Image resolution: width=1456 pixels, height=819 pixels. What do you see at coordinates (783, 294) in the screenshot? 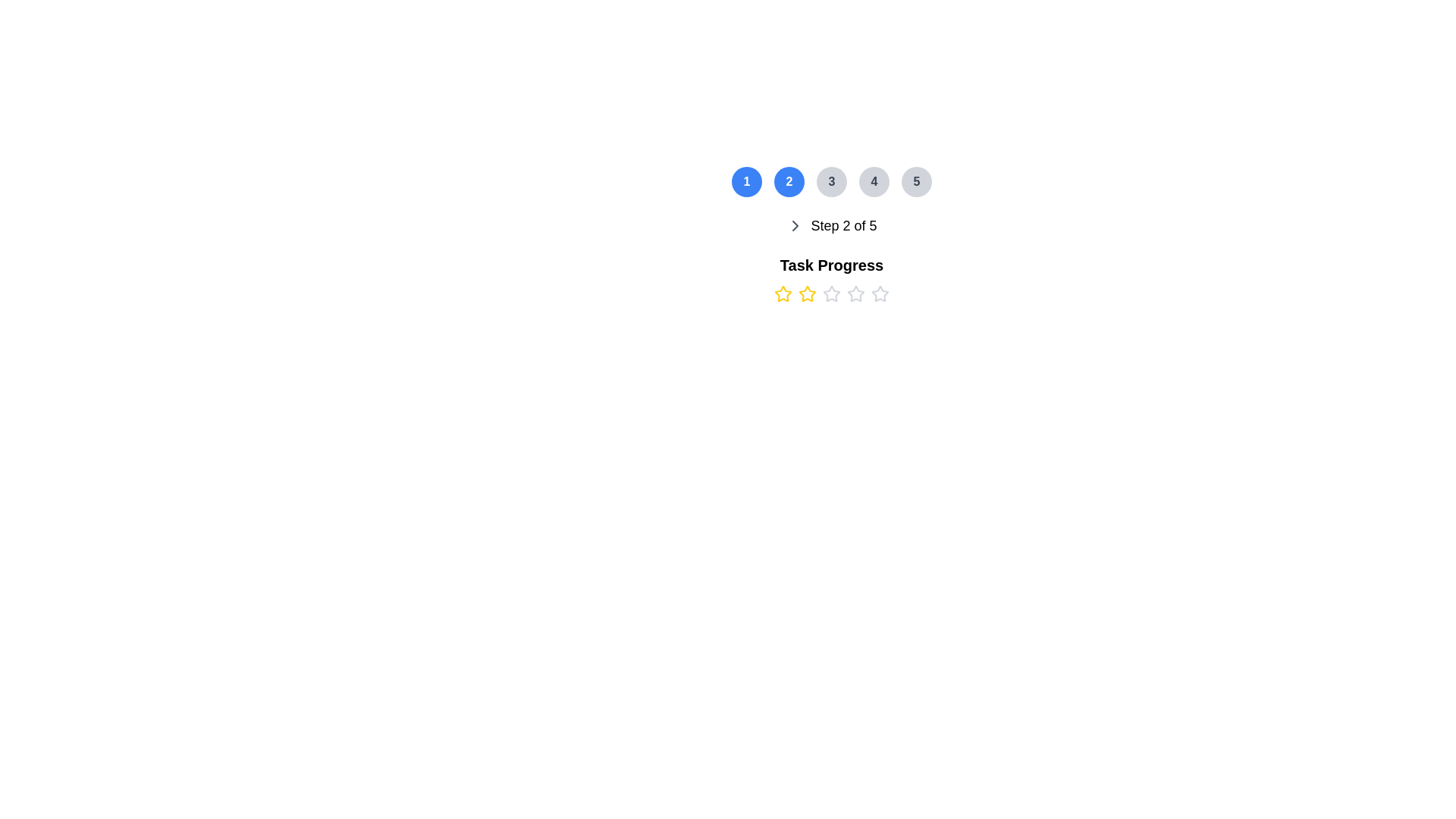
I see `the first yellow star icon in the horizontal sequence` at bounding box center [783, 294].